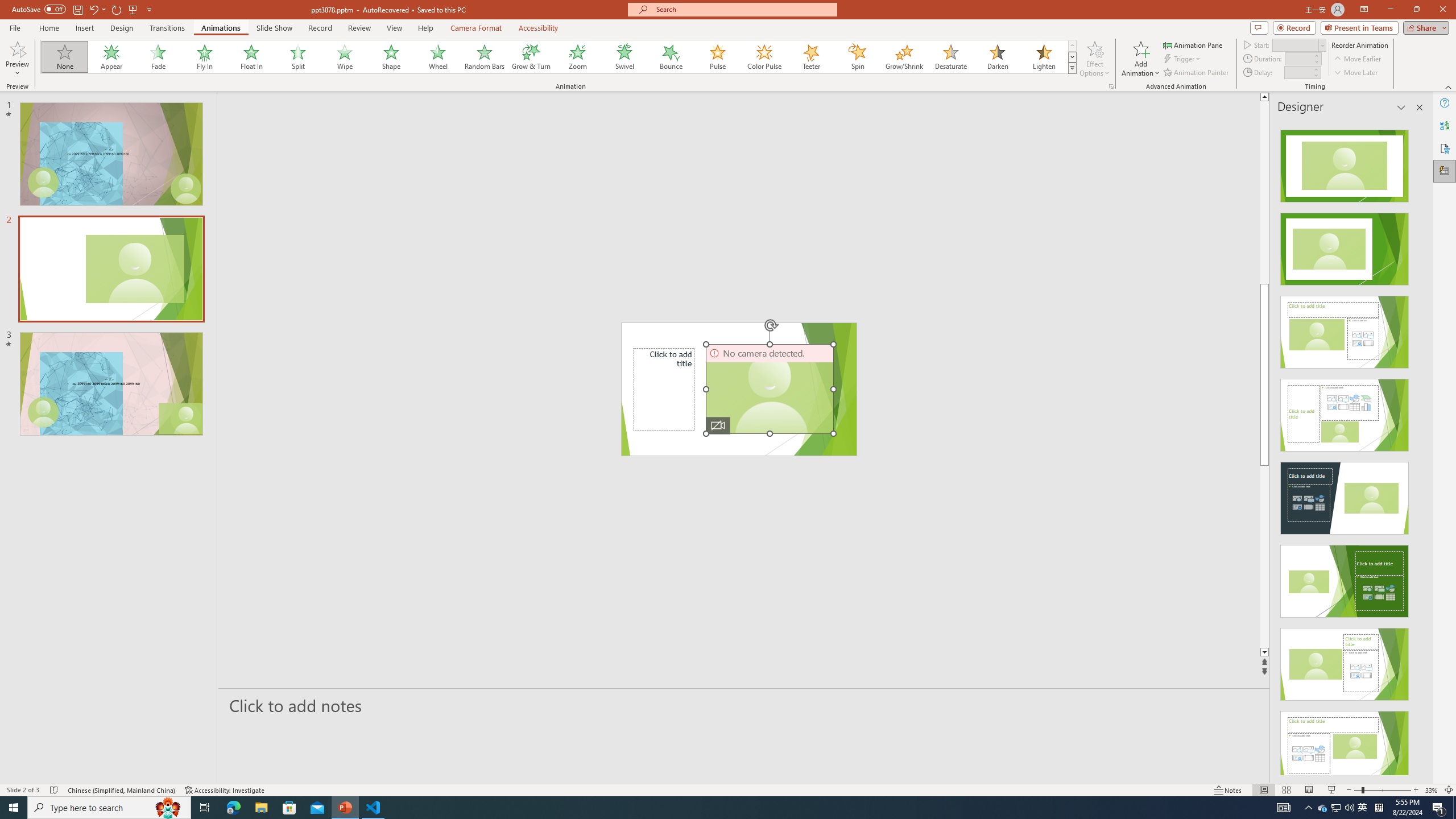 The width and height of the screenshot is (1456, 819). What do you see at coordinates (1196, 72) in the screenshot?
I see `'Animation Painter'` at bounding box center [1196, 72].